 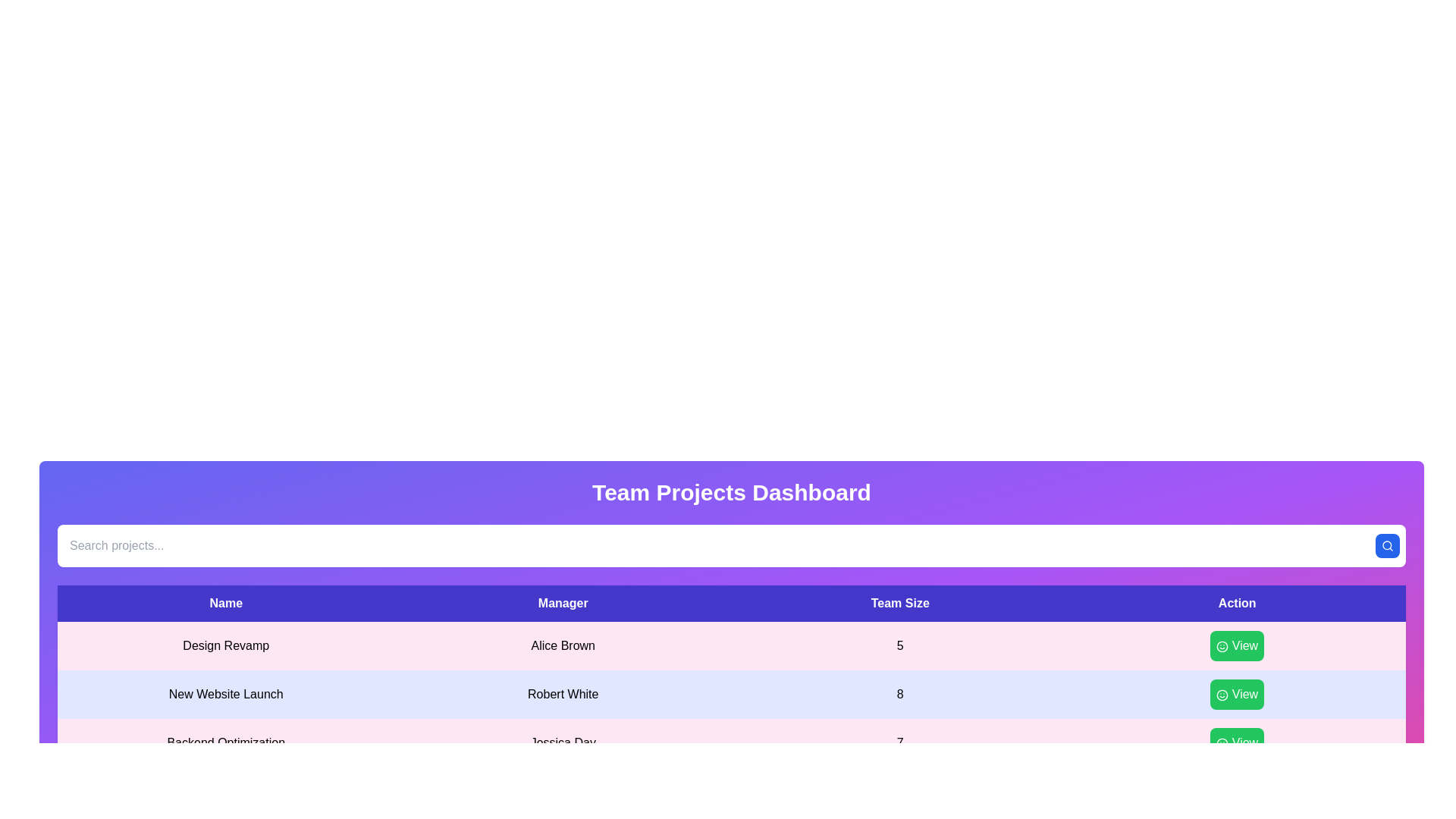 I want to click on the fourth button in the 'Action' column corresponding to the 'Backend Optimization' entry, so click(x=1237, y=742).